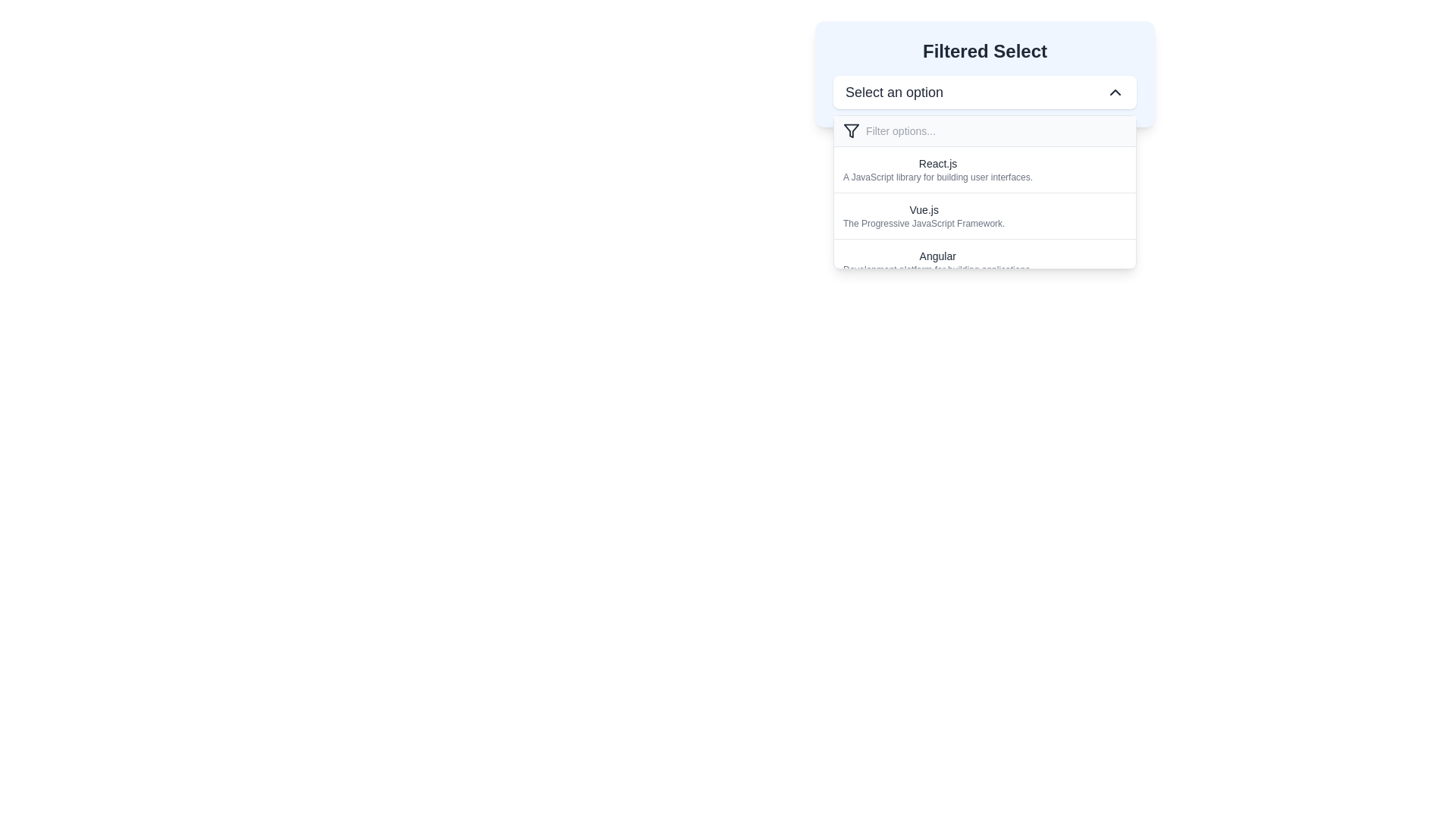 The image size is (1456, 819). What do you see at coordinates (923, 223) in the screenshot?
I see `the text element displaying 'The Progressive JavaScript Framework.' located beneath the 'Vue.js' text in the dropdown menu` at bounding box center [923, 223].